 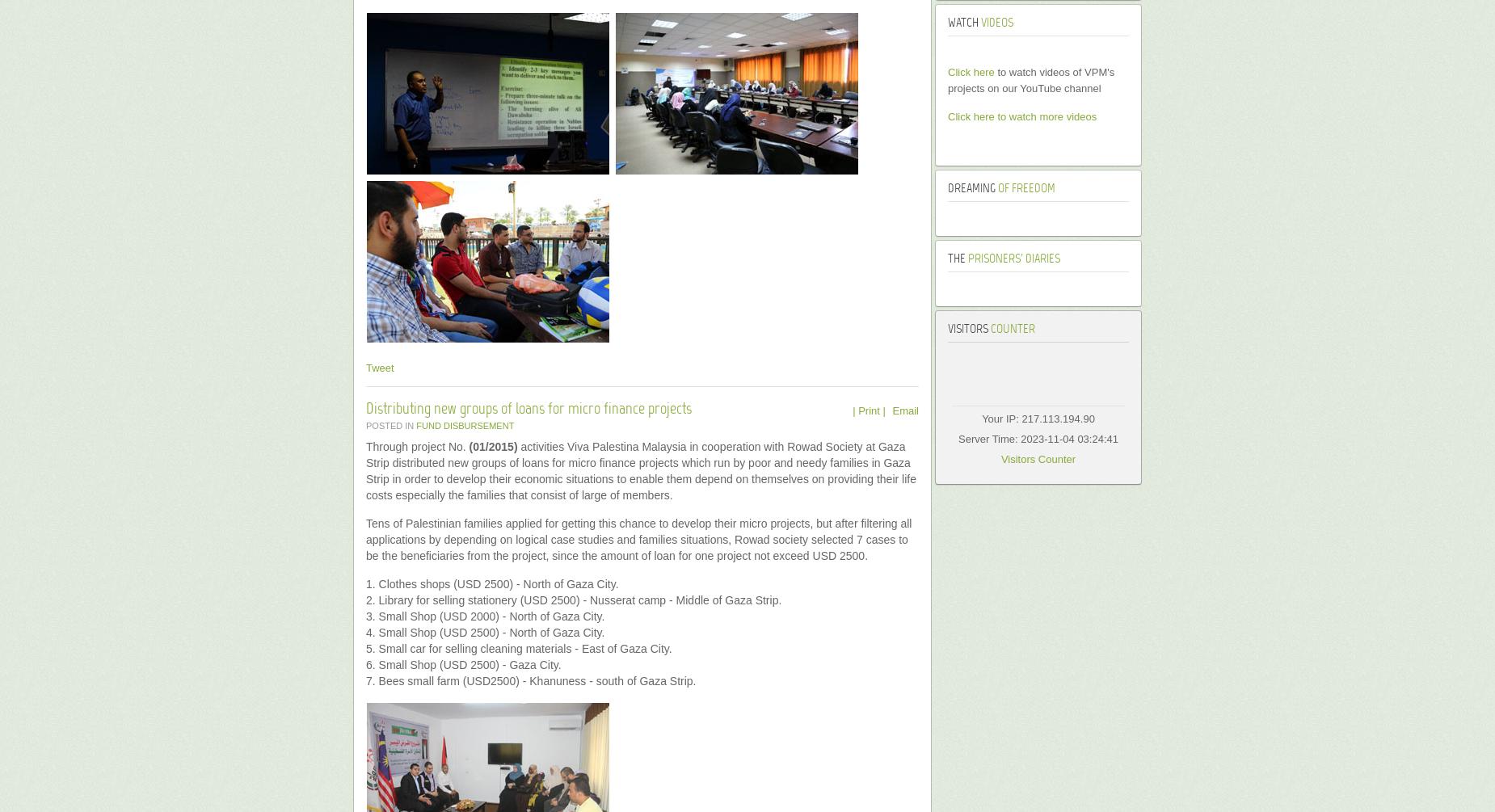 I want to click on 'Fund Disbursement', so click(x=465, y=425).